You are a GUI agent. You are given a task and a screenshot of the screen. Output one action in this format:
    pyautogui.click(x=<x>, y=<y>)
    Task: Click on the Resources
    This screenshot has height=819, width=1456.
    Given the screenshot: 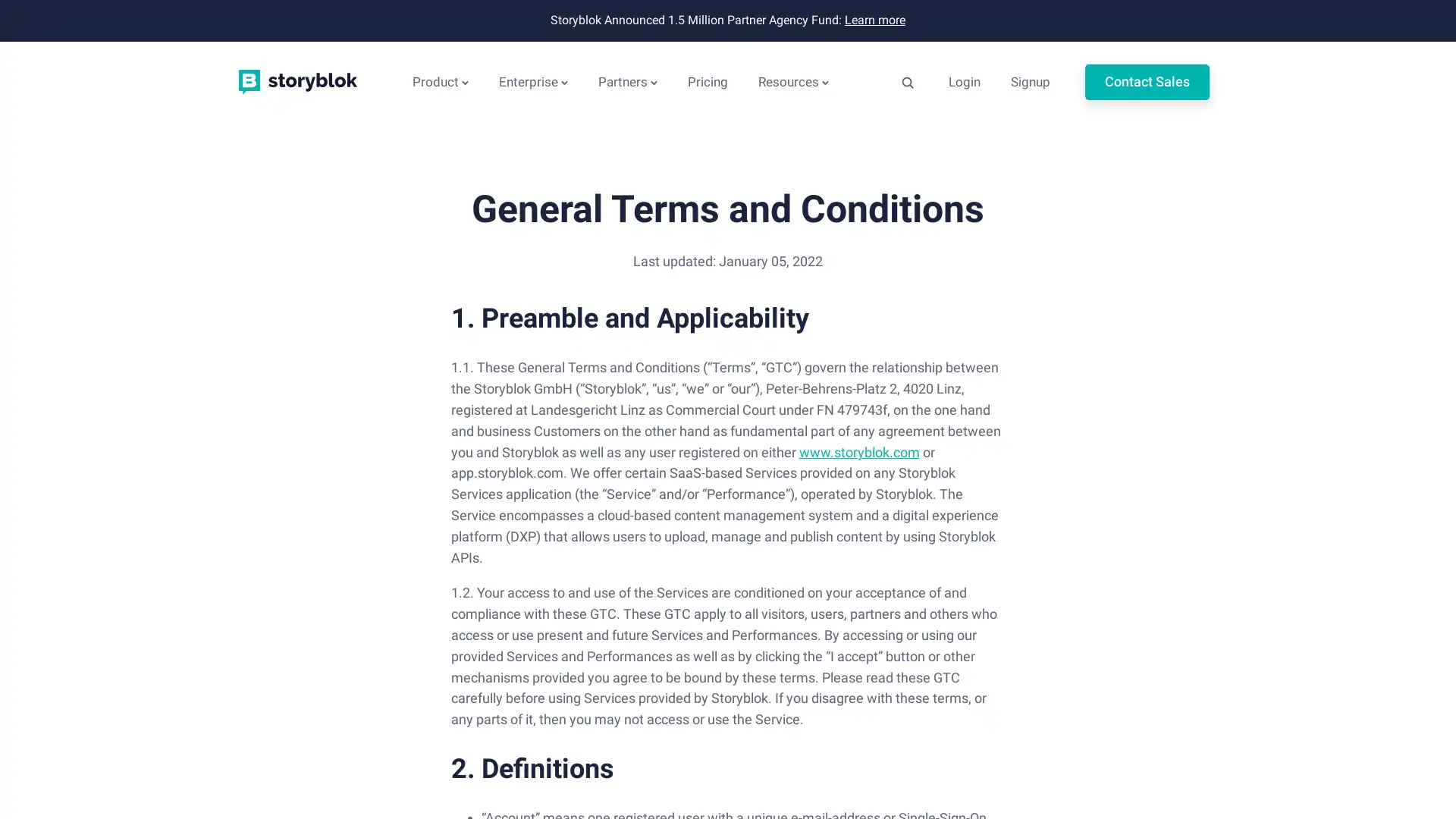 What is the action you would take?
    pyautogui.click(x=792, y=82)
    